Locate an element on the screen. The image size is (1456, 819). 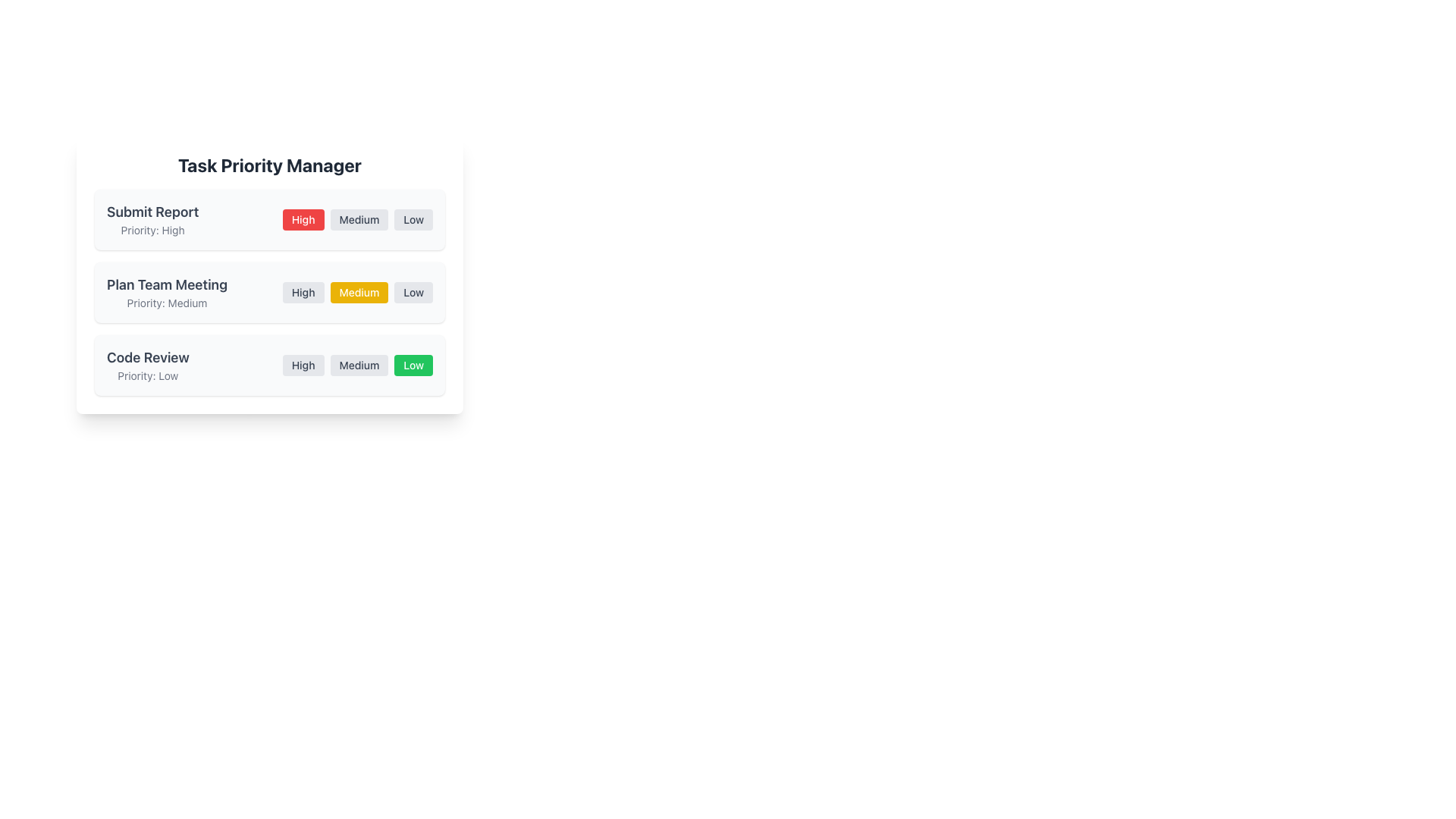
the bold, large title text 'Task Priority Manager' located at the top of the card component is located at coordinates (269, 165).